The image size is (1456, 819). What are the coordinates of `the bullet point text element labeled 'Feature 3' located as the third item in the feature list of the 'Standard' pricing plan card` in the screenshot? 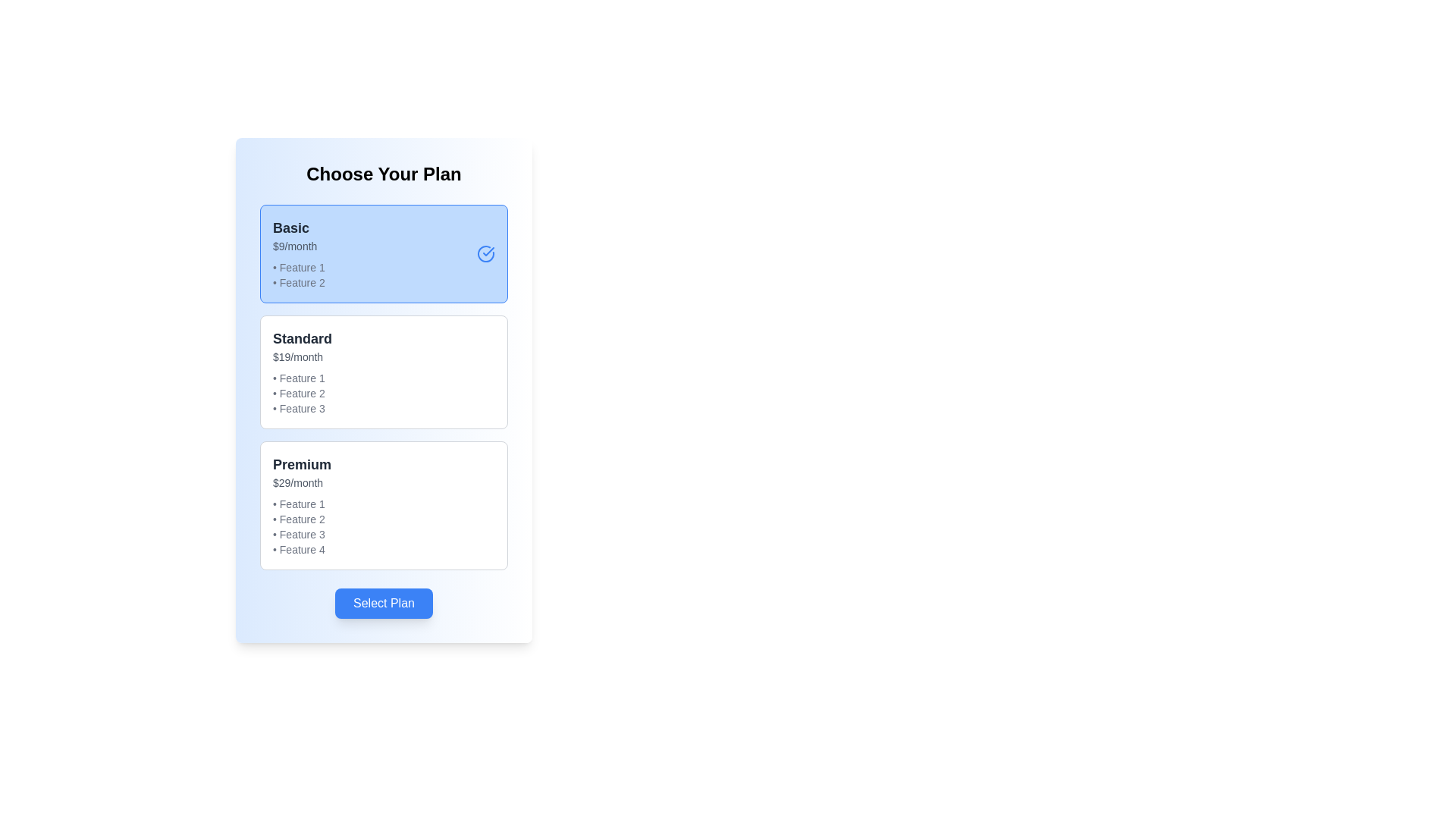 It's located at (302, 408).